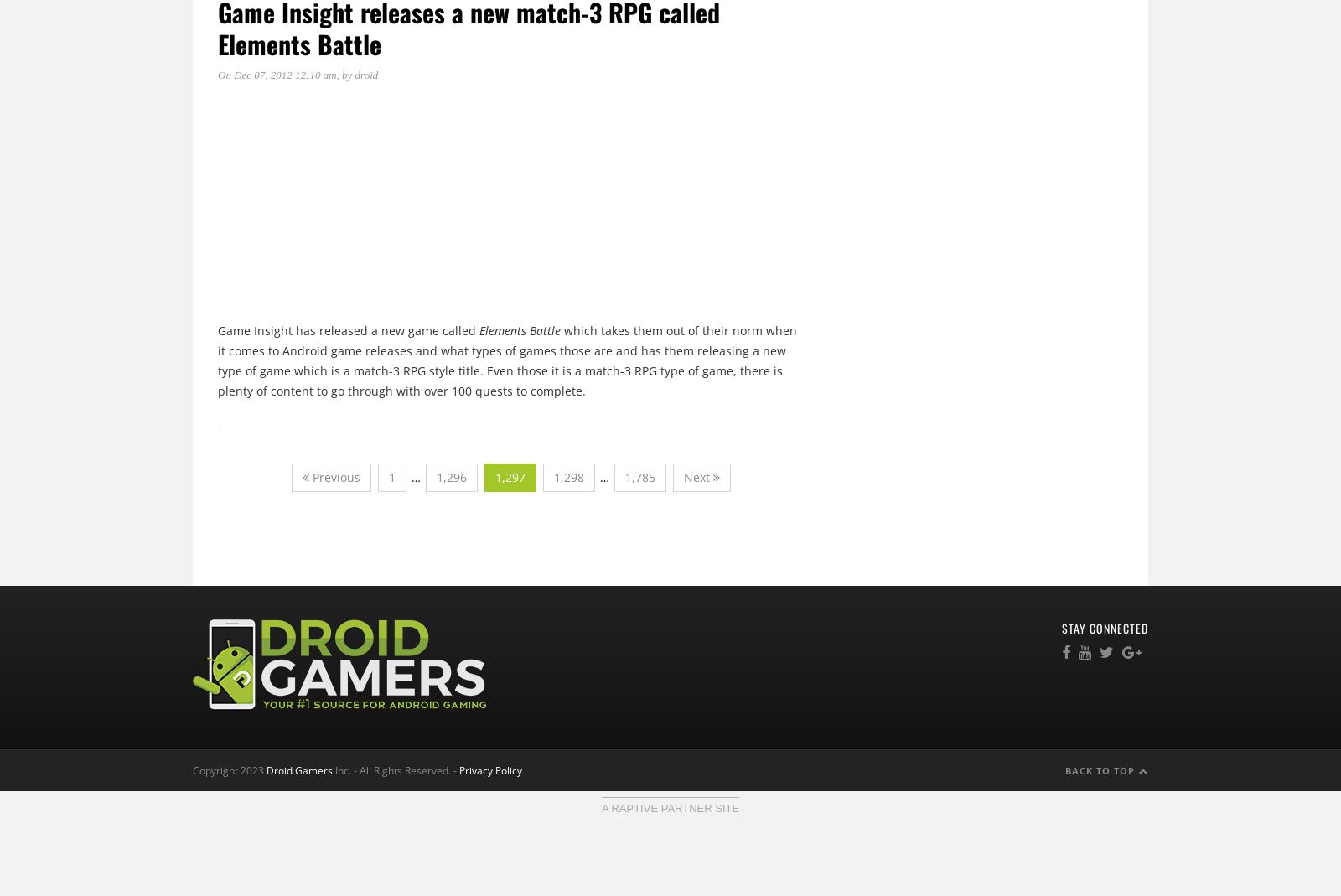  Describe the element at coordinates (230, 769) in the screenshot. I see `'Copyright 2023'` at that location.